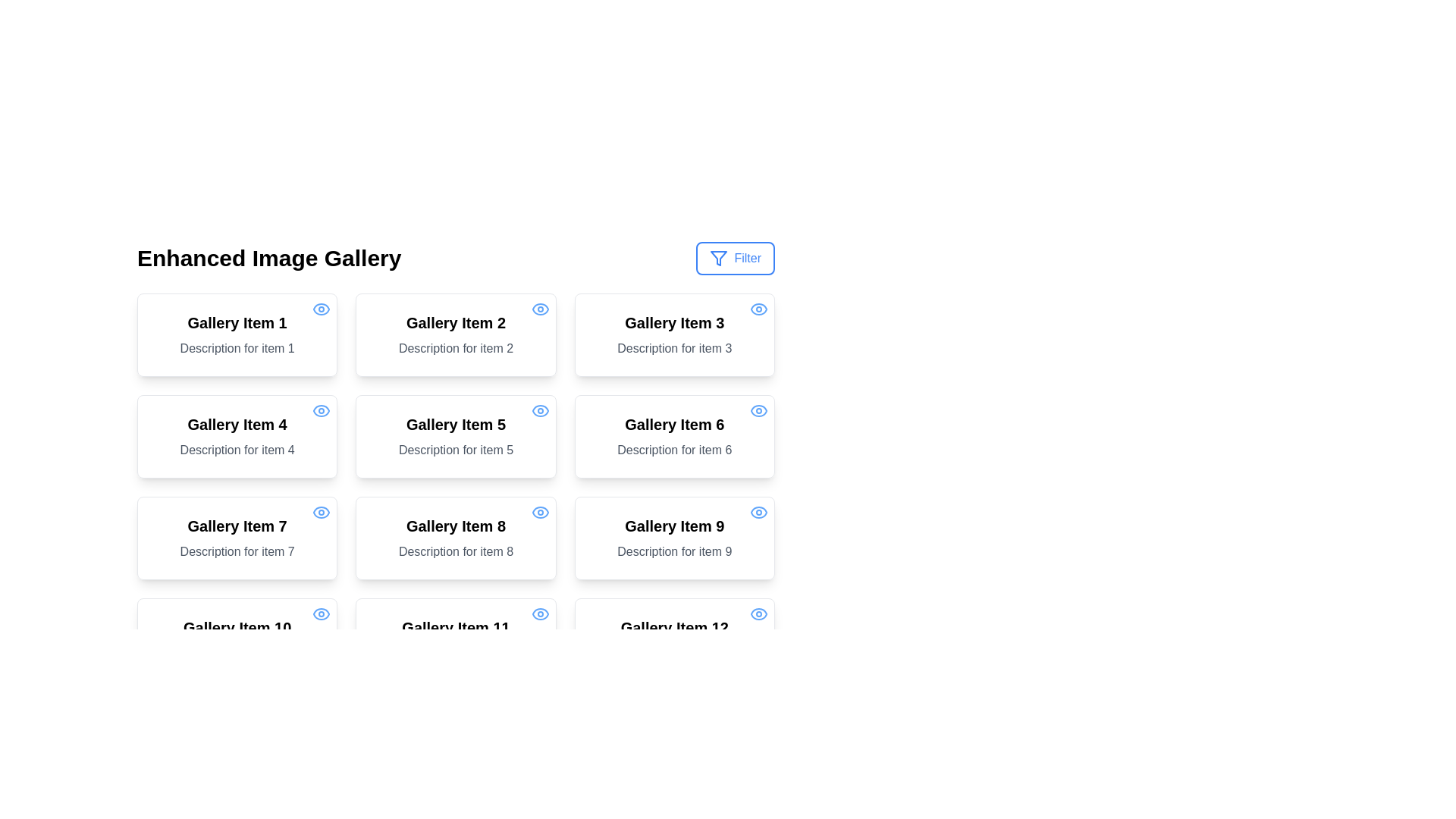 This screenshot has width=1456, height=819. What do you see at coordinates (237, 450) in the screenshot?
I see `the text label reading 'Description for item 4', which is located below the title 'Gallery Item 4' within the bordered card in the second row, first column of the grid layout` at bounding box center [237, 450].